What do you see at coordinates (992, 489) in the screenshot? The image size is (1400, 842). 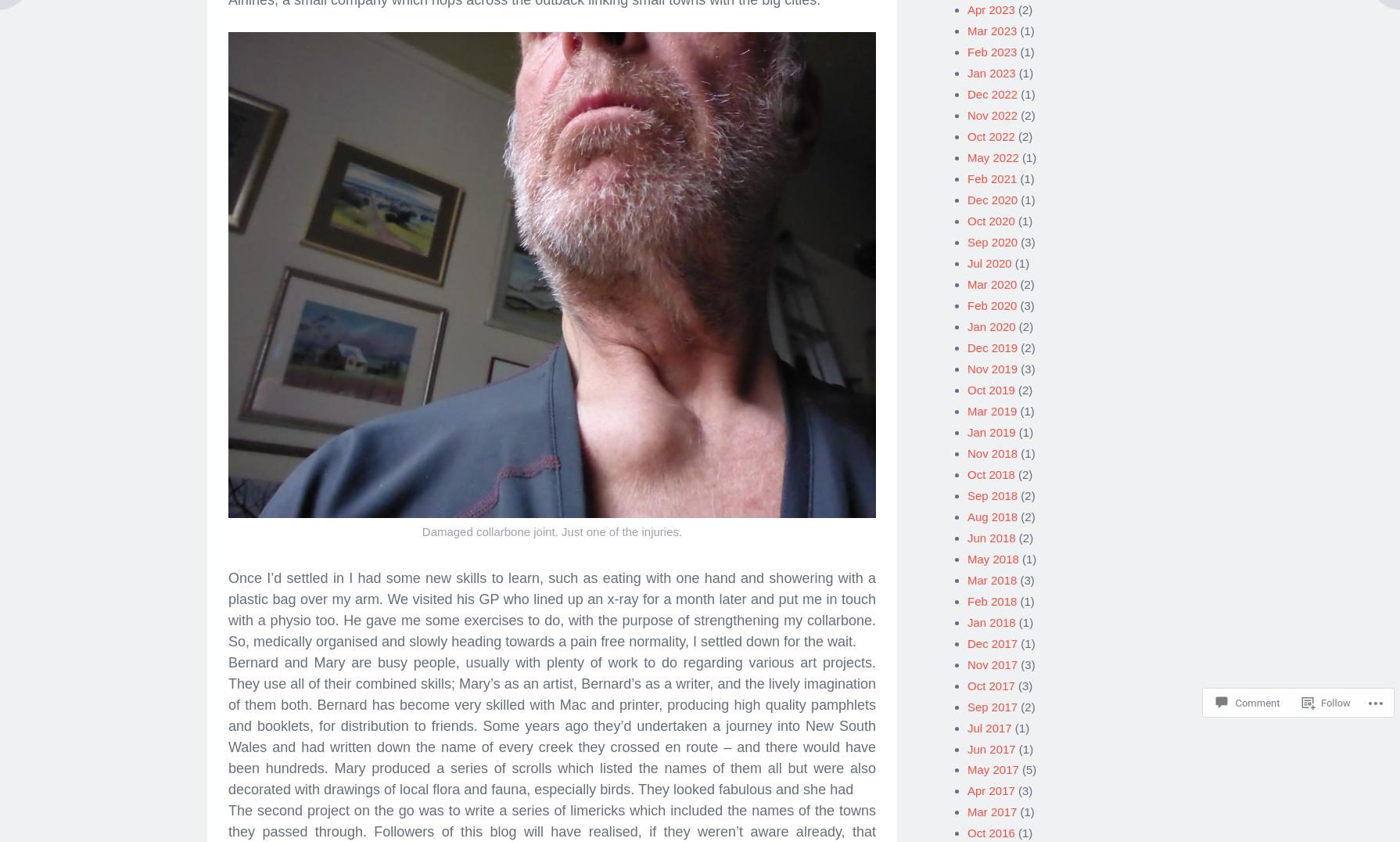 I see `'Sep 2018'` at bounding box center [992, 489].